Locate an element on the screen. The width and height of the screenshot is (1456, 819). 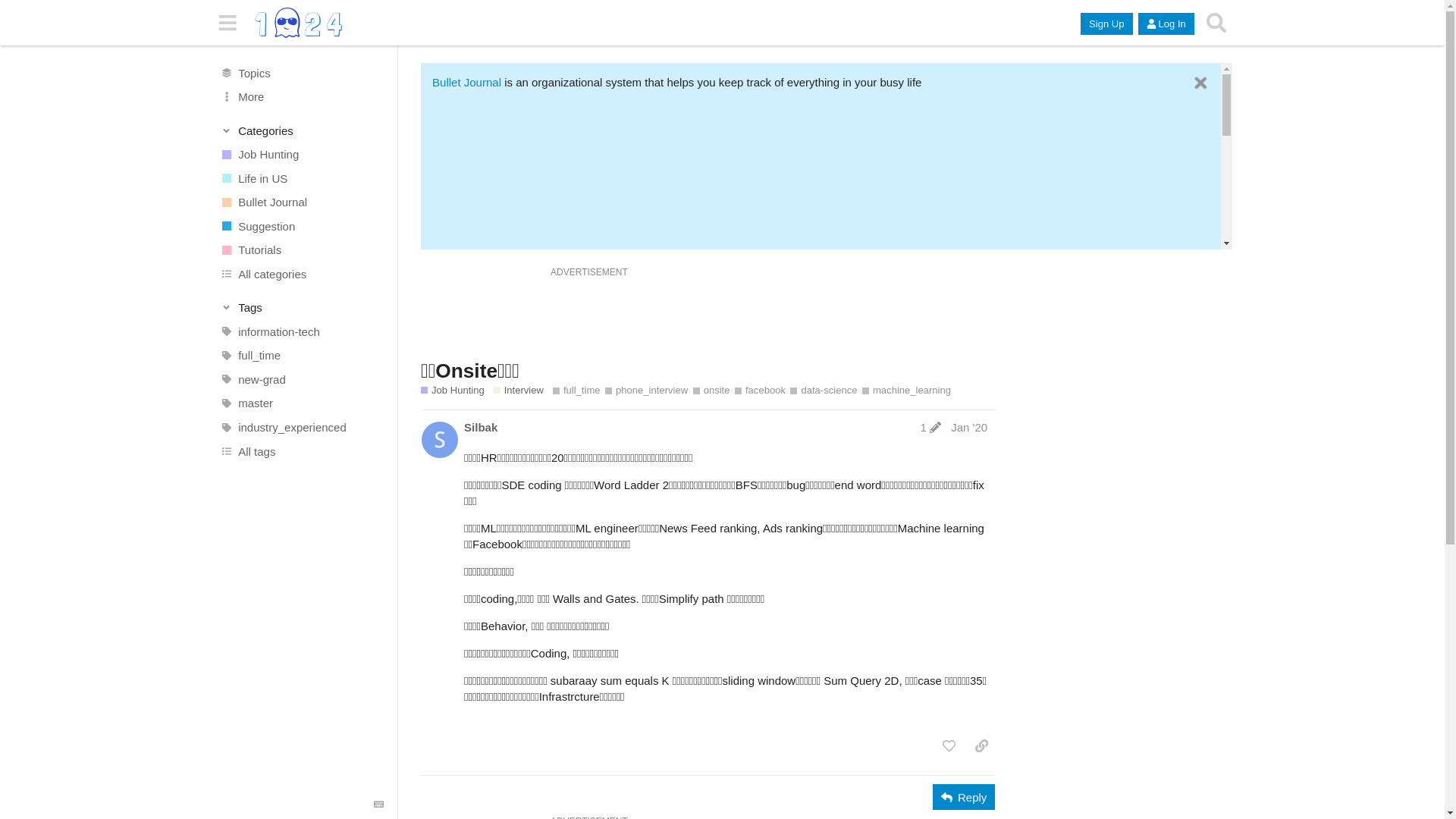
'Search' is located at coordinates (1216, 23).